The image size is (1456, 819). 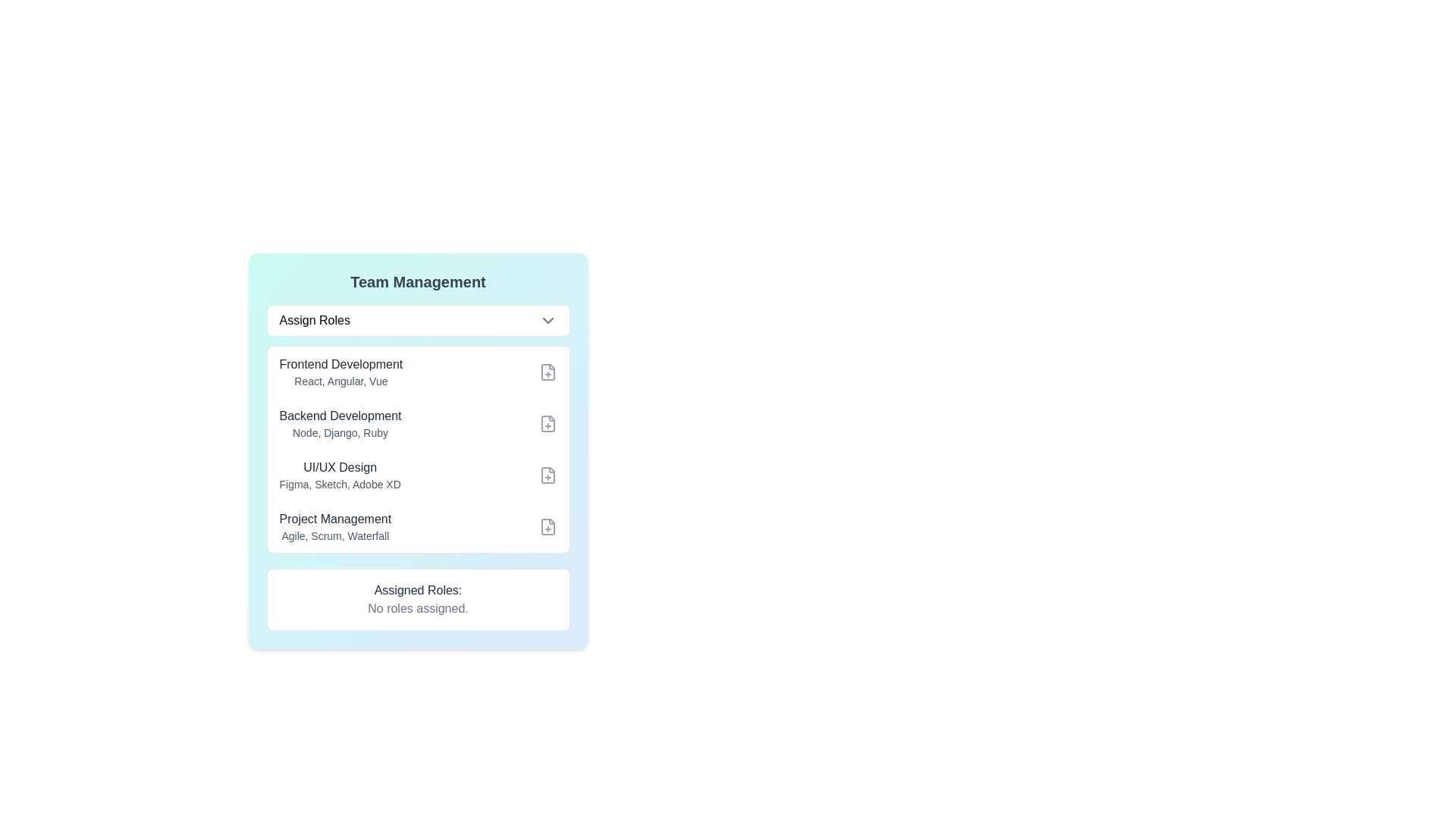 I want to click on the action button located on the far right of the 'Project Management' item in the list, which interacts with the project management options, so click(x=547, y=526).